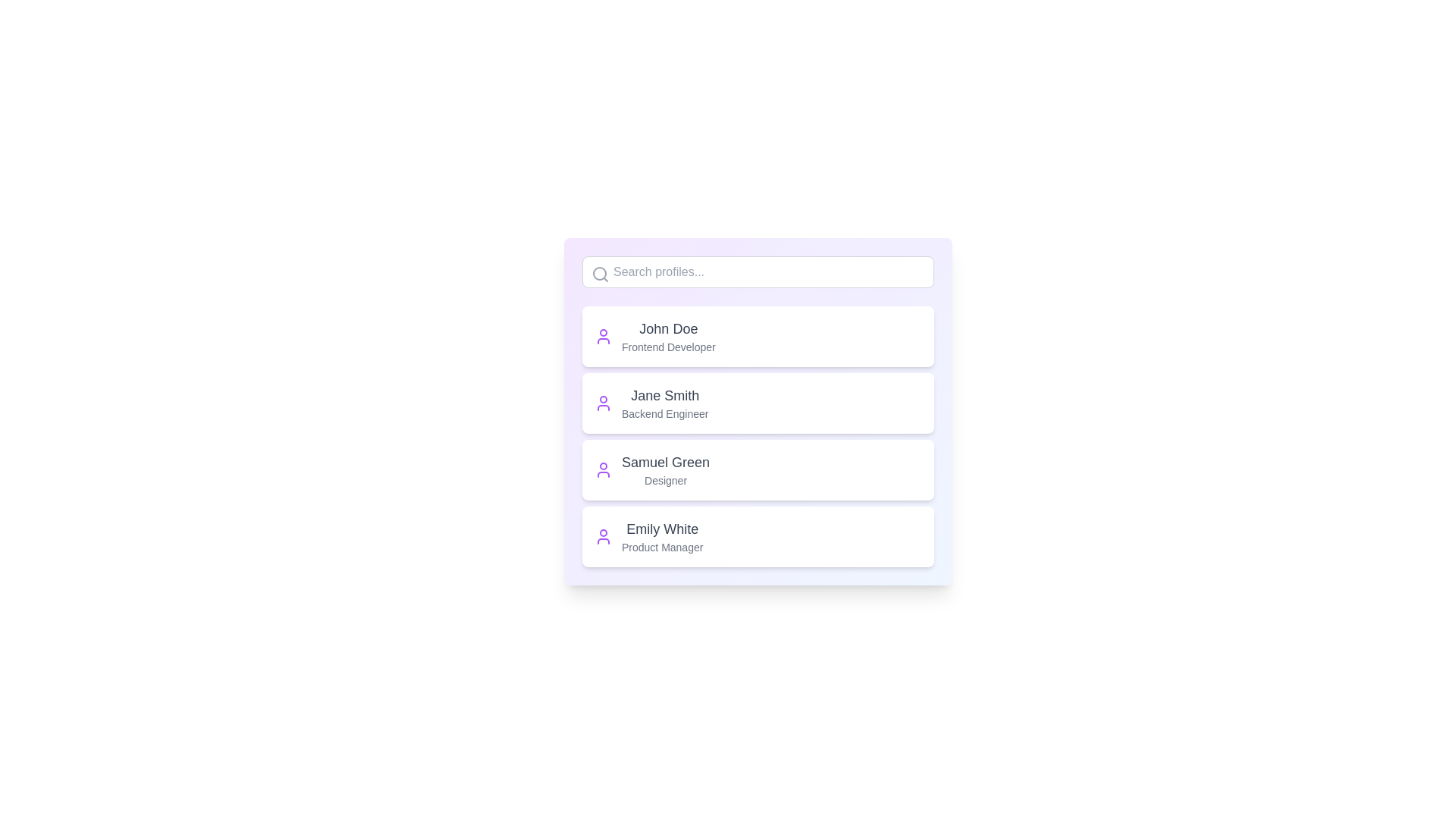 The image size is (1456, 819). What do you see at coordinates (758, 412) in the screenshot?
I see `the second list item with a purple-to-blue gradient background` at bounding box center [758, 412].